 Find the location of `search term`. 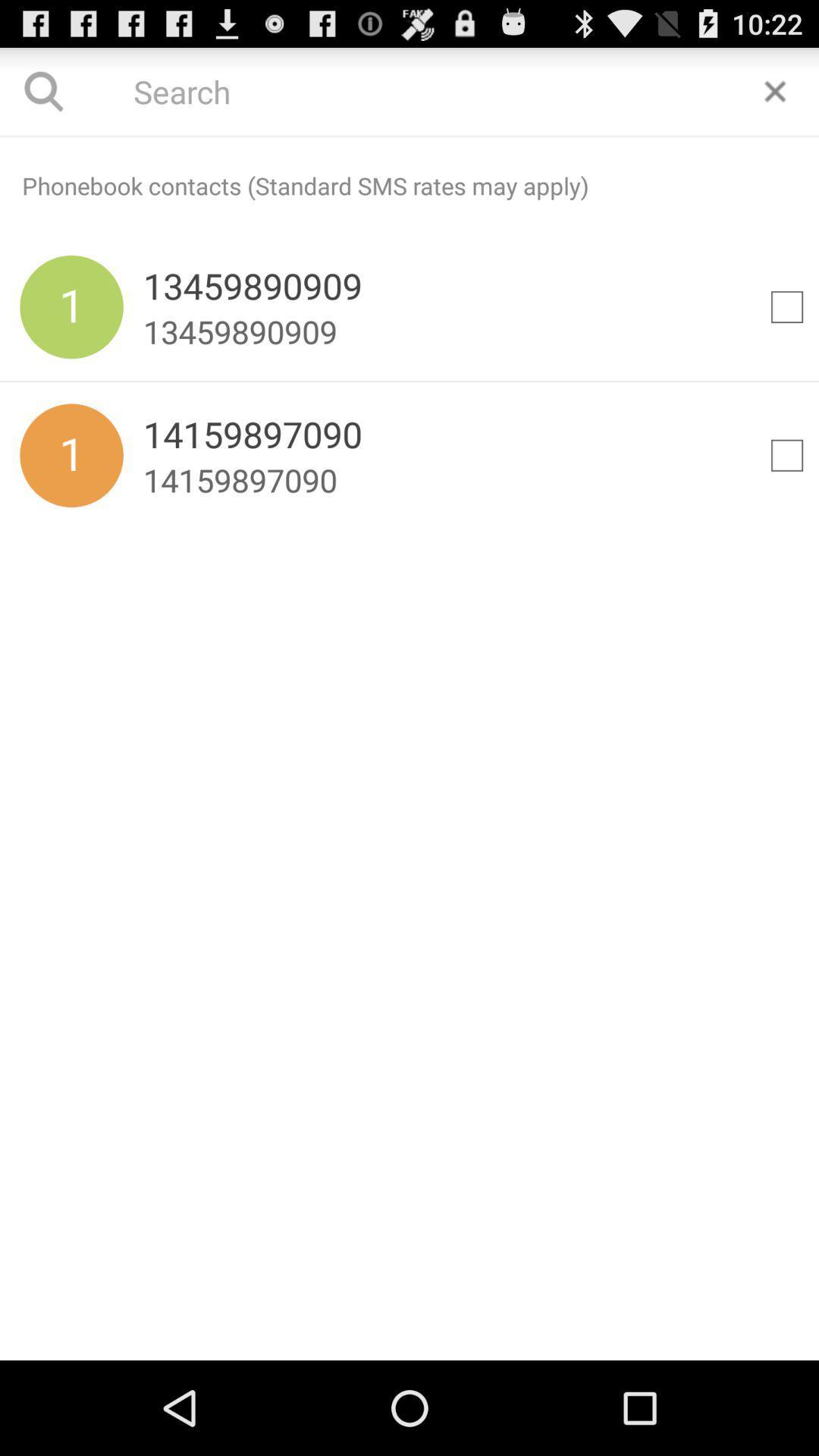

search term is located at coordinates (409, 90).